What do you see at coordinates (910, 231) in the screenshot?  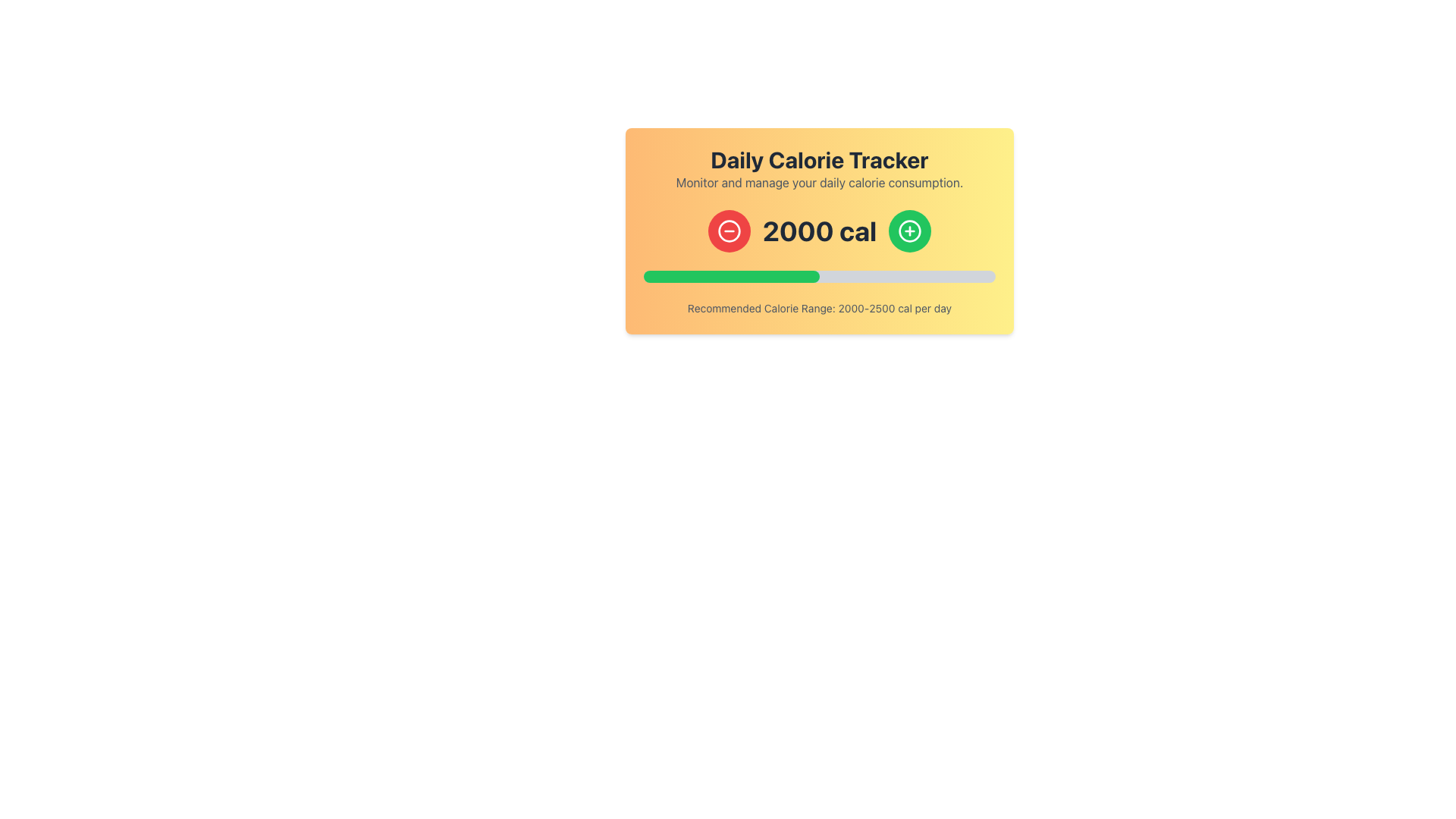 I see `the second circular icon from the left in the calorie tracker interface, which is positioned` at bounding box center [910, 231].